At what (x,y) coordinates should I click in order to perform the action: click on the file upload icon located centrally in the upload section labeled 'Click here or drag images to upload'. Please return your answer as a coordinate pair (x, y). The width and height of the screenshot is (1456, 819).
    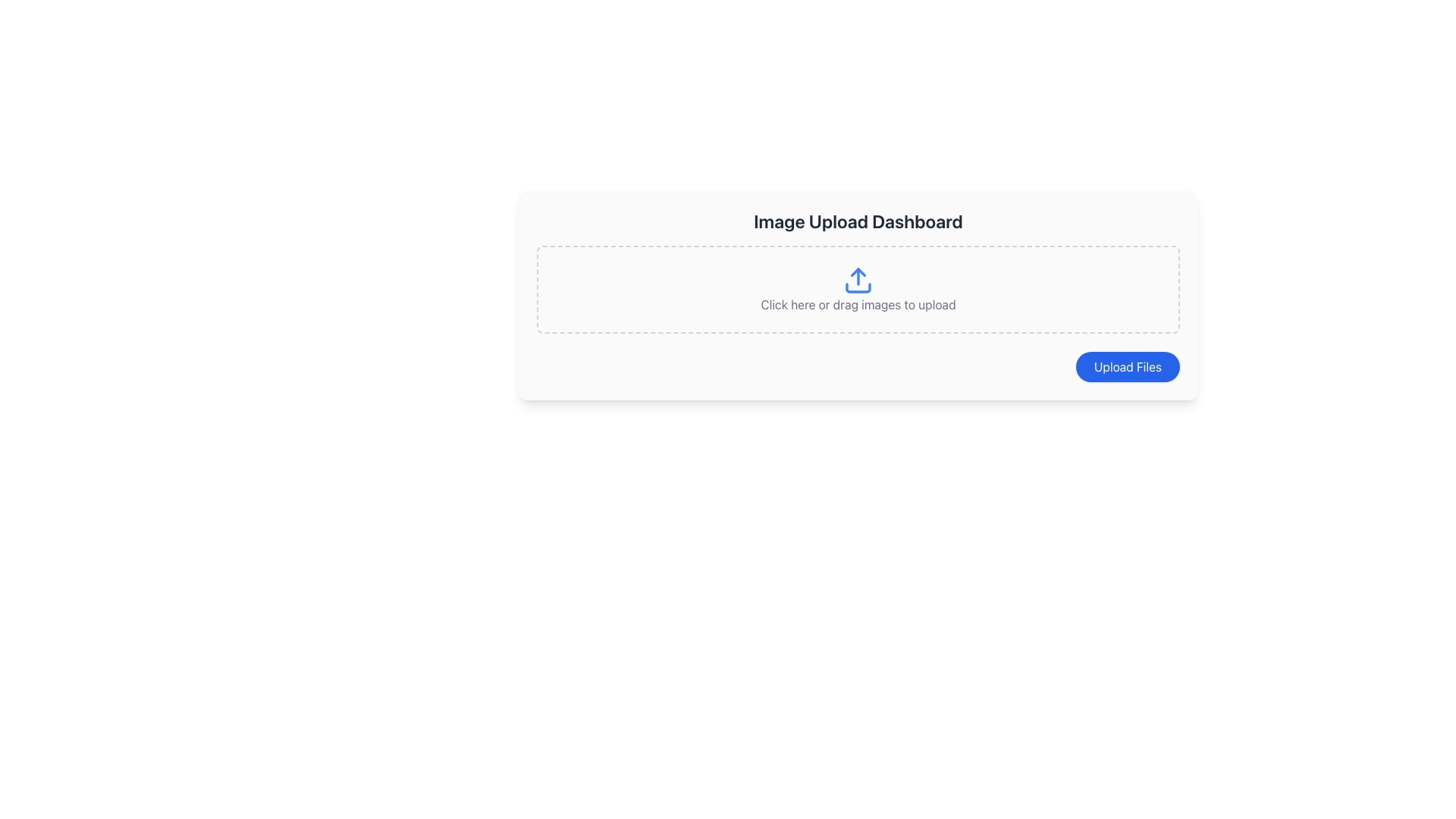
    Looking at the image, I should click on (858, 281).